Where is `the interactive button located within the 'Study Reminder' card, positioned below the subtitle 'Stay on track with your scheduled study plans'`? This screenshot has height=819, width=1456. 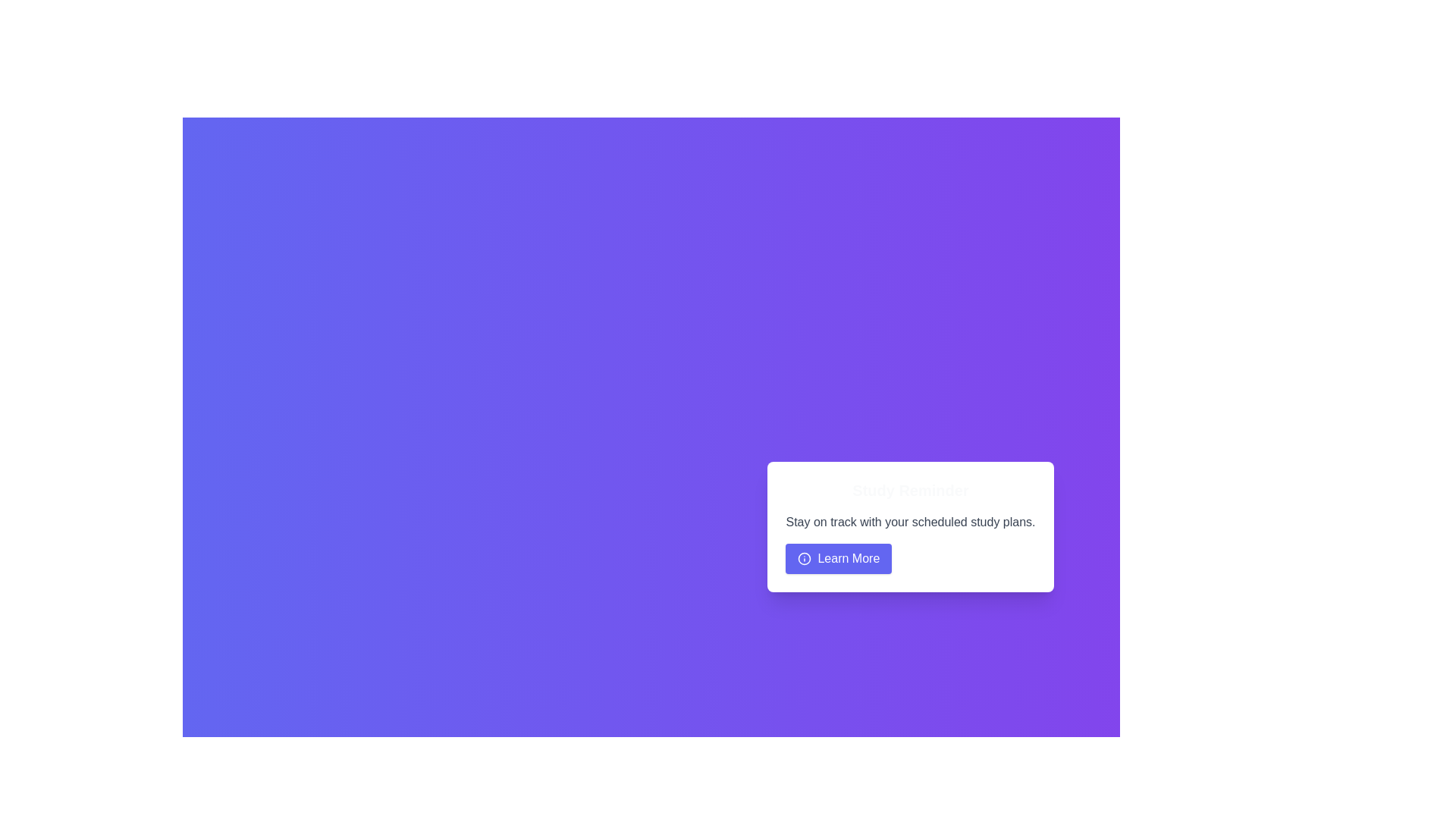
the interactive button located within the 'Study Reminder' card, positioned below the subtitle 'Stay on track with your scheduled study plans' is located at coordinates (838, 558).